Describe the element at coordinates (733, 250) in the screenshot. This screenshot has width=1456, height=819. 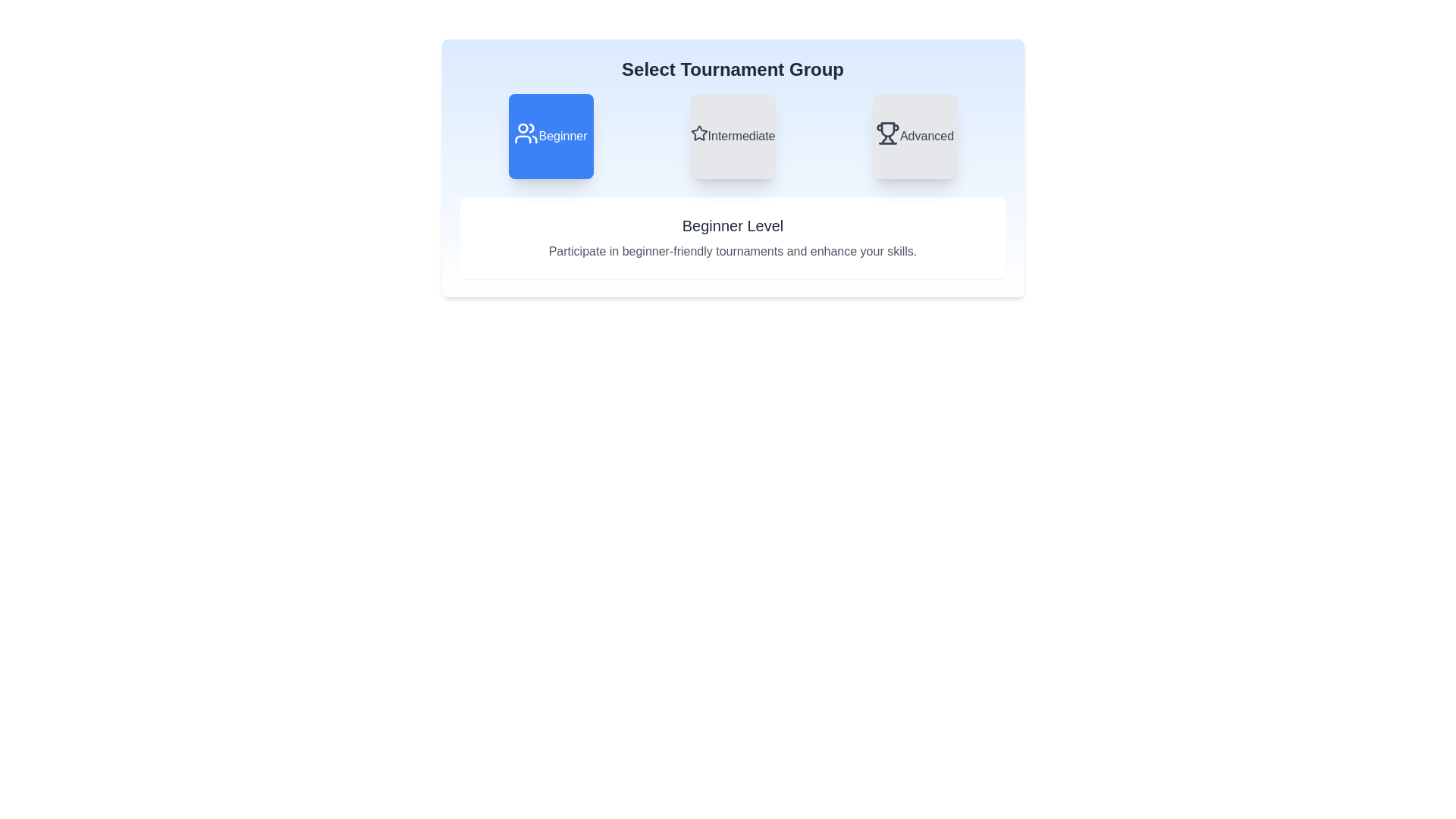
I see `the text display element containing 'Participate in beginner-friendly tournaments and enhance your skills.' located below the title 'Beginner Level'` at that location.